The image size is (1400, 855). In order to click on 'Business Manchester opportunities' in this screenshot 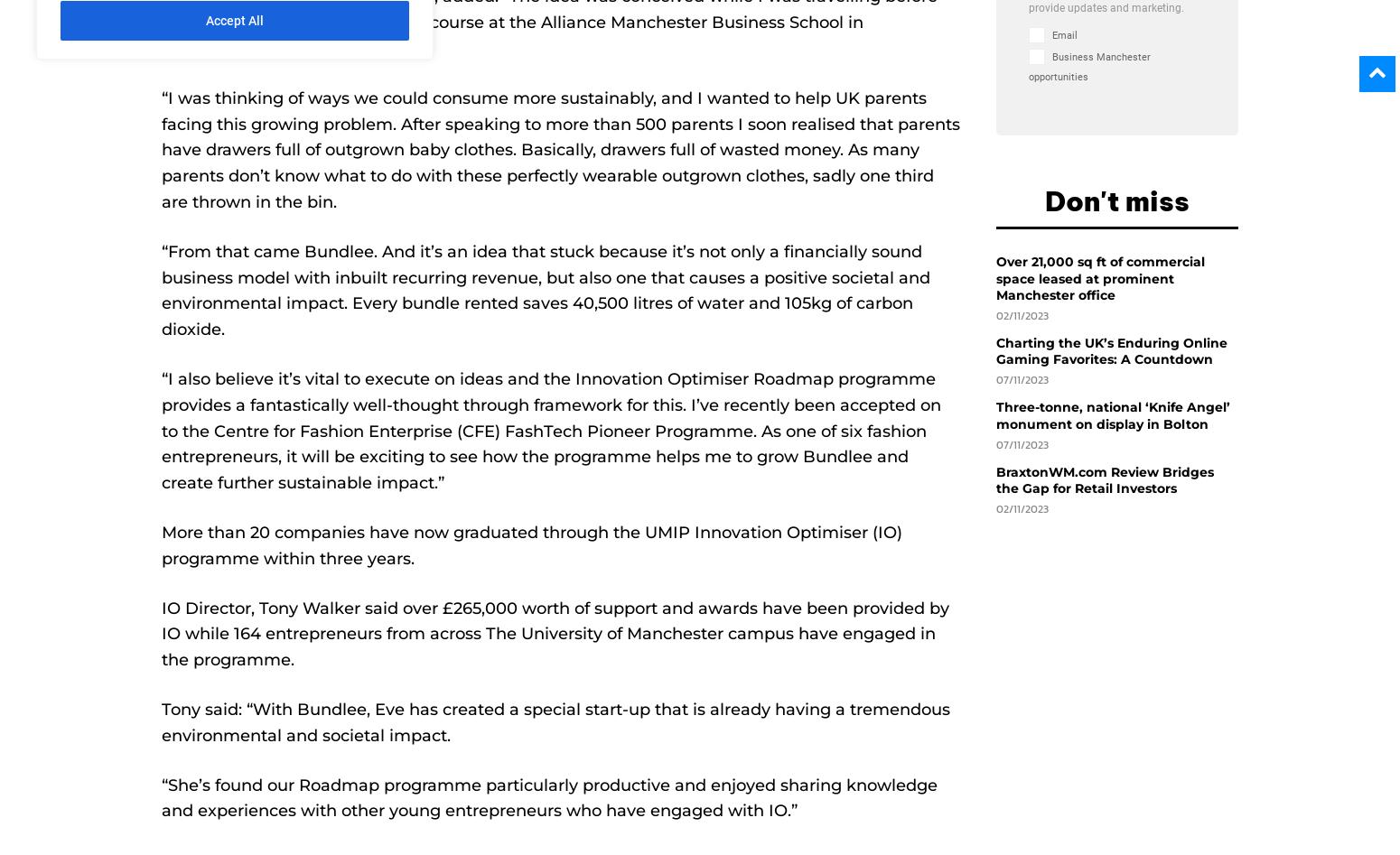, I will do `click(1027, 67)`.